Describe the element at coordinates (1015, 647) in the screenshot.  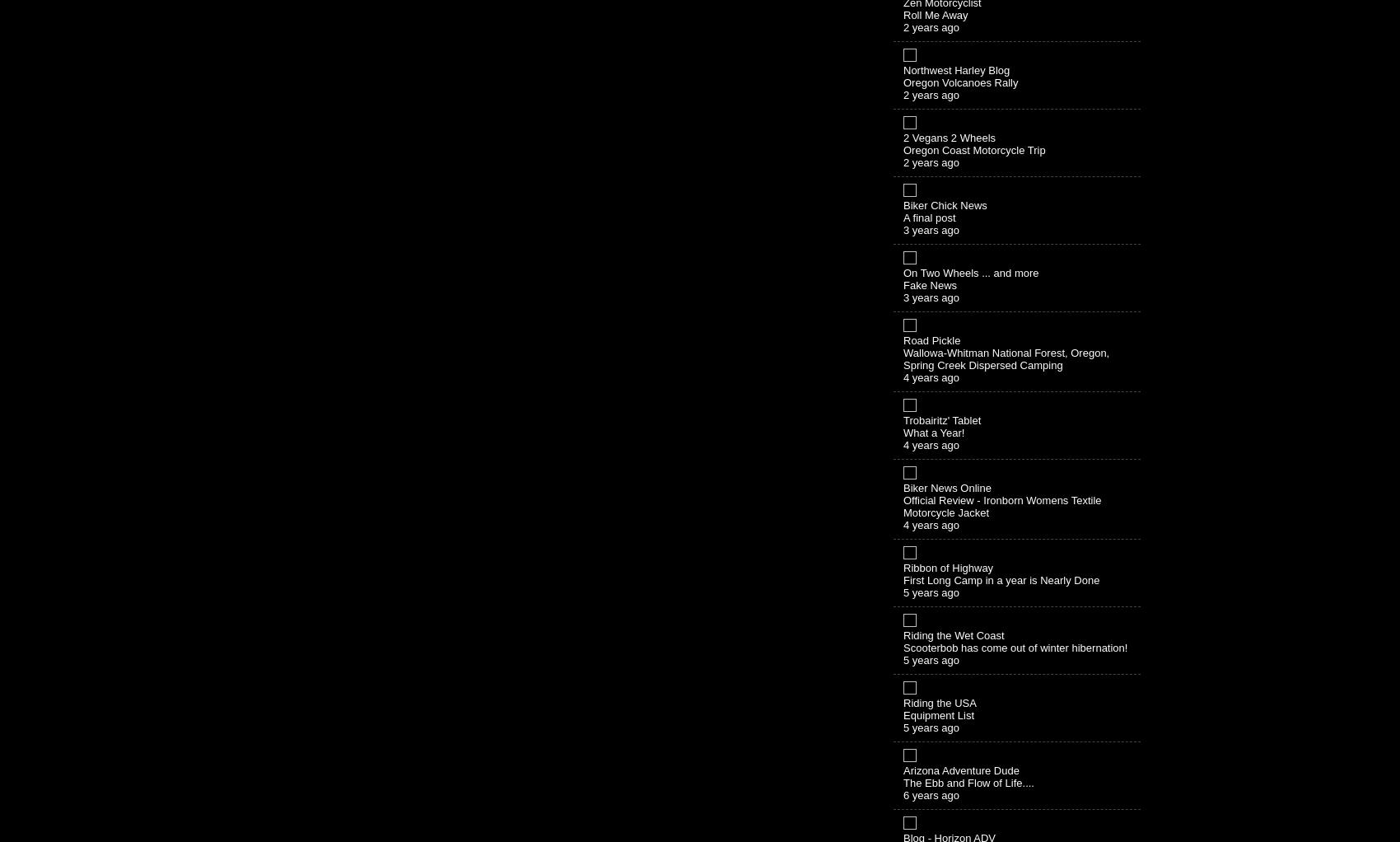
I see `'Scooterbob has come out of winter hibernation!'` at that location.